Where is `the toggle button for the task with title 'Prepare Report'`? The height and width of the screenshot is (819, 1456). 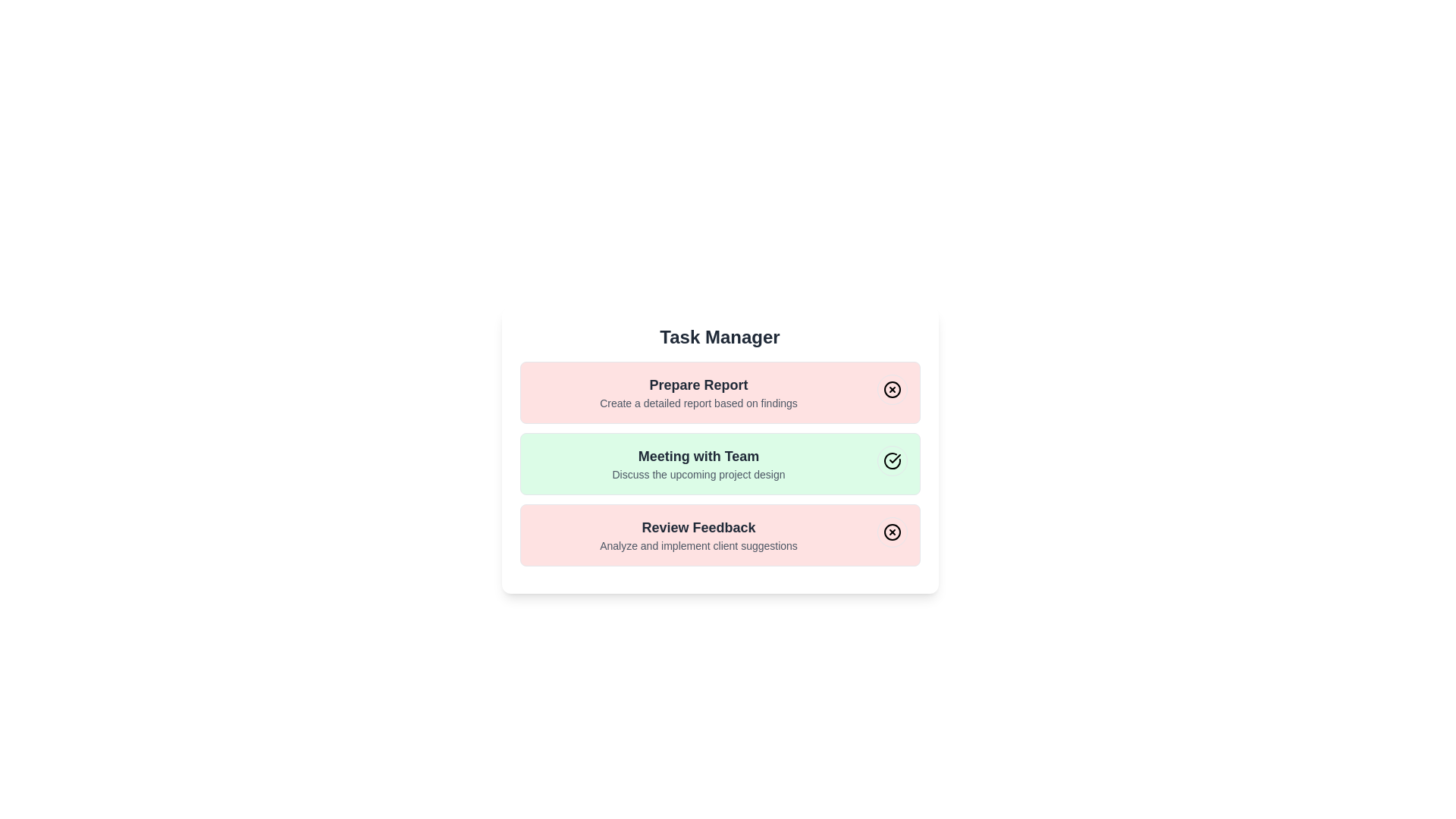
the toggle button for the task with title 'Prepare Report' is located at coordinates (892, 388).